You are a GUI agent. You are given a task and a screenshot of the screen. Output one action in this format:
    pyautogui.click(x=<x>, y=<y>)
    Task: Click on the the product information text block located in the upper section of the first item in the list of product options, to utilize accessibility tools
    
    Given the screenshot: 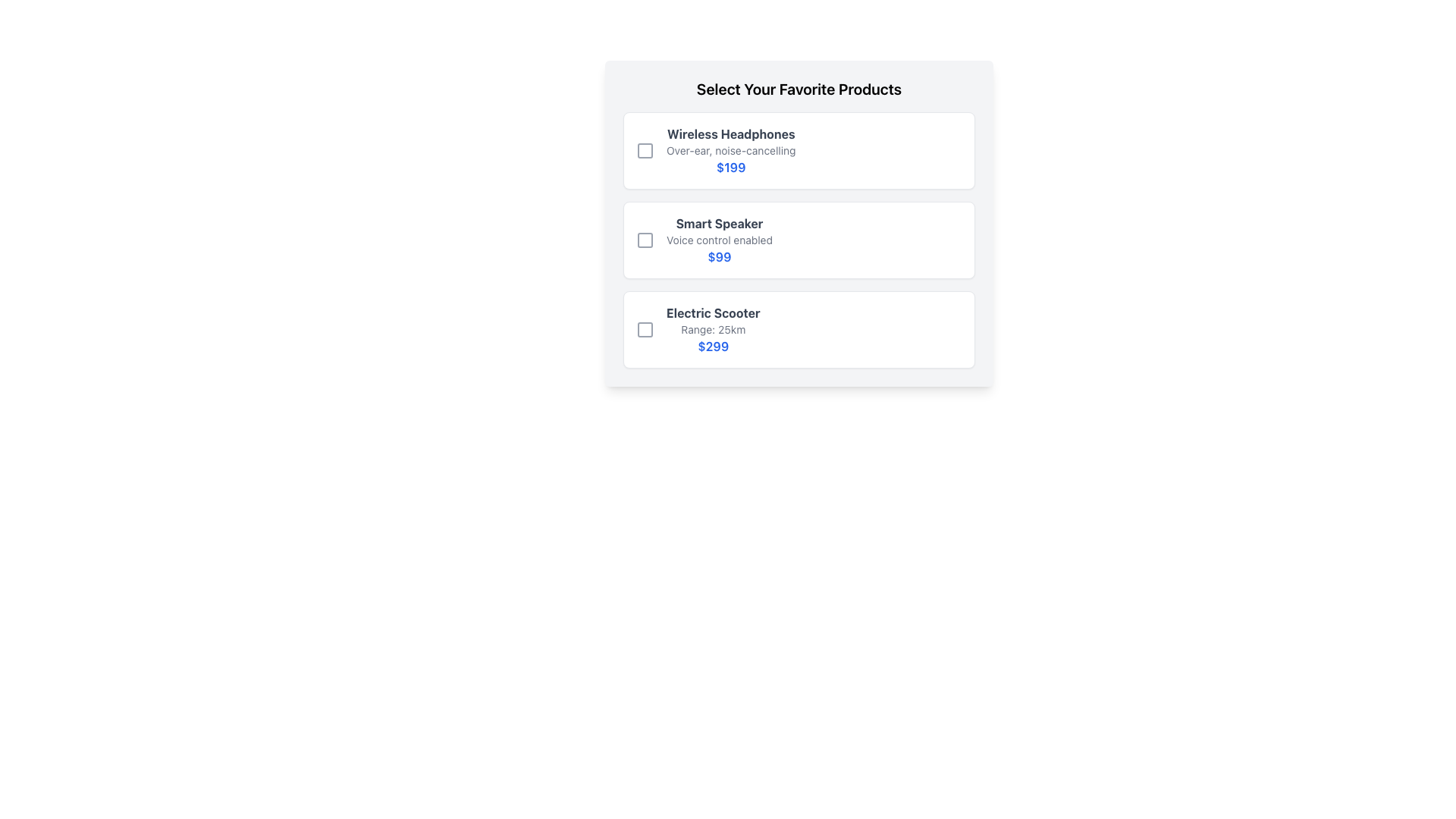 What is the action you would take?
    pyautogui.click(x=731, y=151)
    